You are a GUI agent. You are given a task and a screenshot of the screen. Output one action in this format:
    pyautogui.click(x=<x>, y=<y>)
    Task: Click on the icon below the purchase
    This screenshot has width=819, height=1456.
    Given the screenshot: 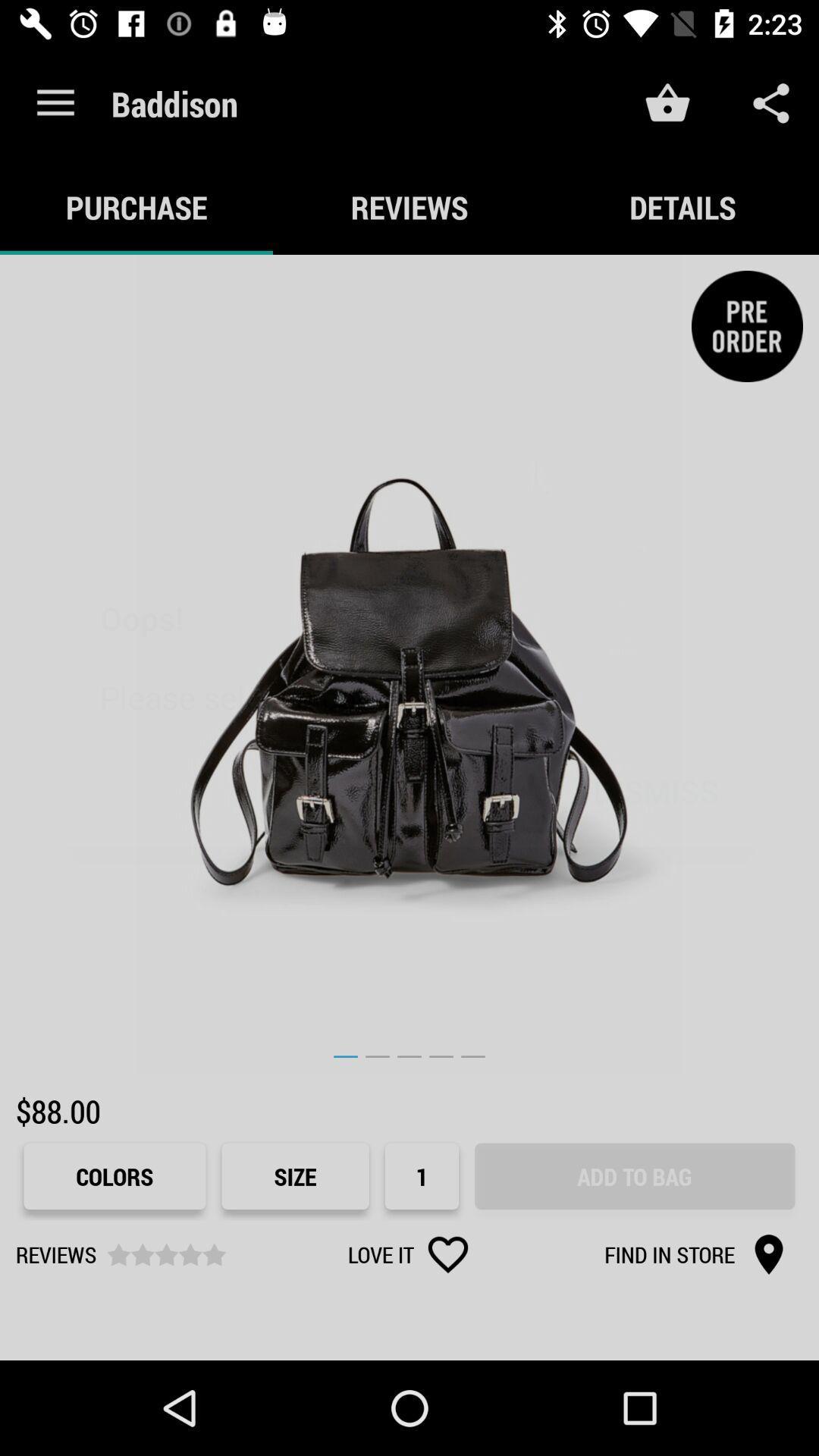 What is the action you would take?
    pyautogui.click(x=409, y=664)
    